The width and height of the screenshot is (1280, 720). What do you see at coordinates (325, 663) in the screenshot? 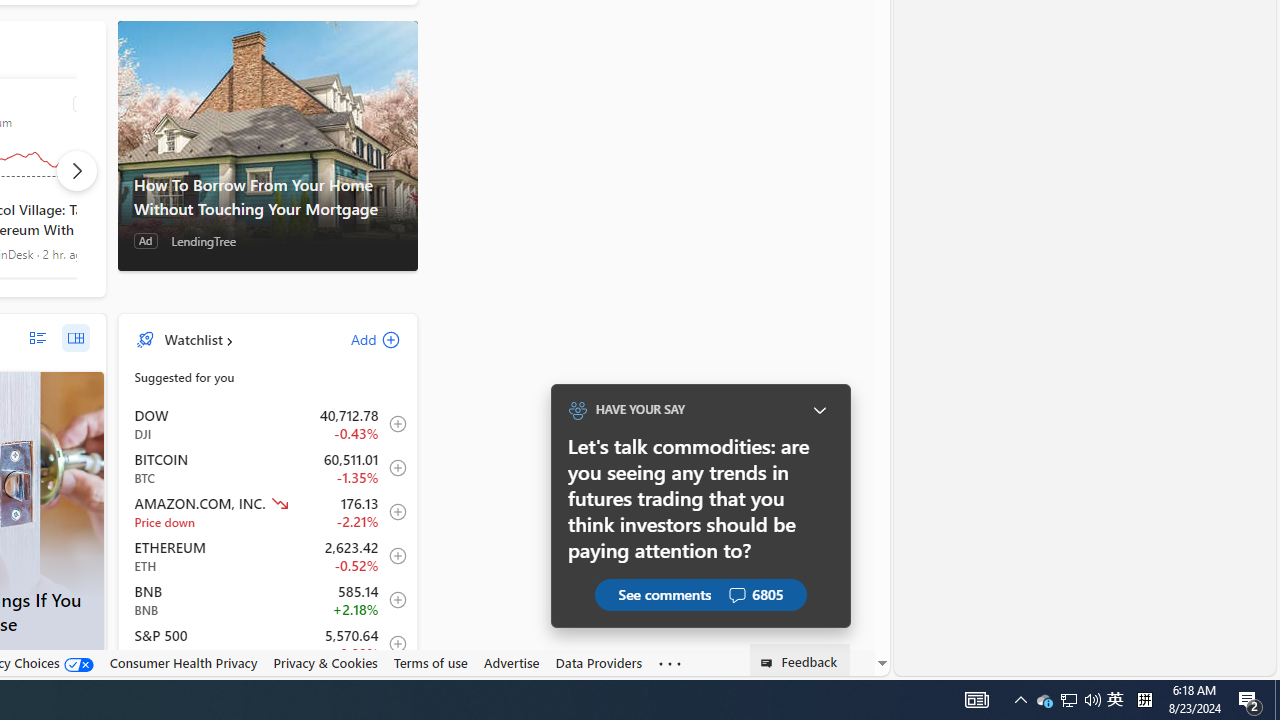
I see `'Privacy & Cookies'` at bounding box center [325, 663].